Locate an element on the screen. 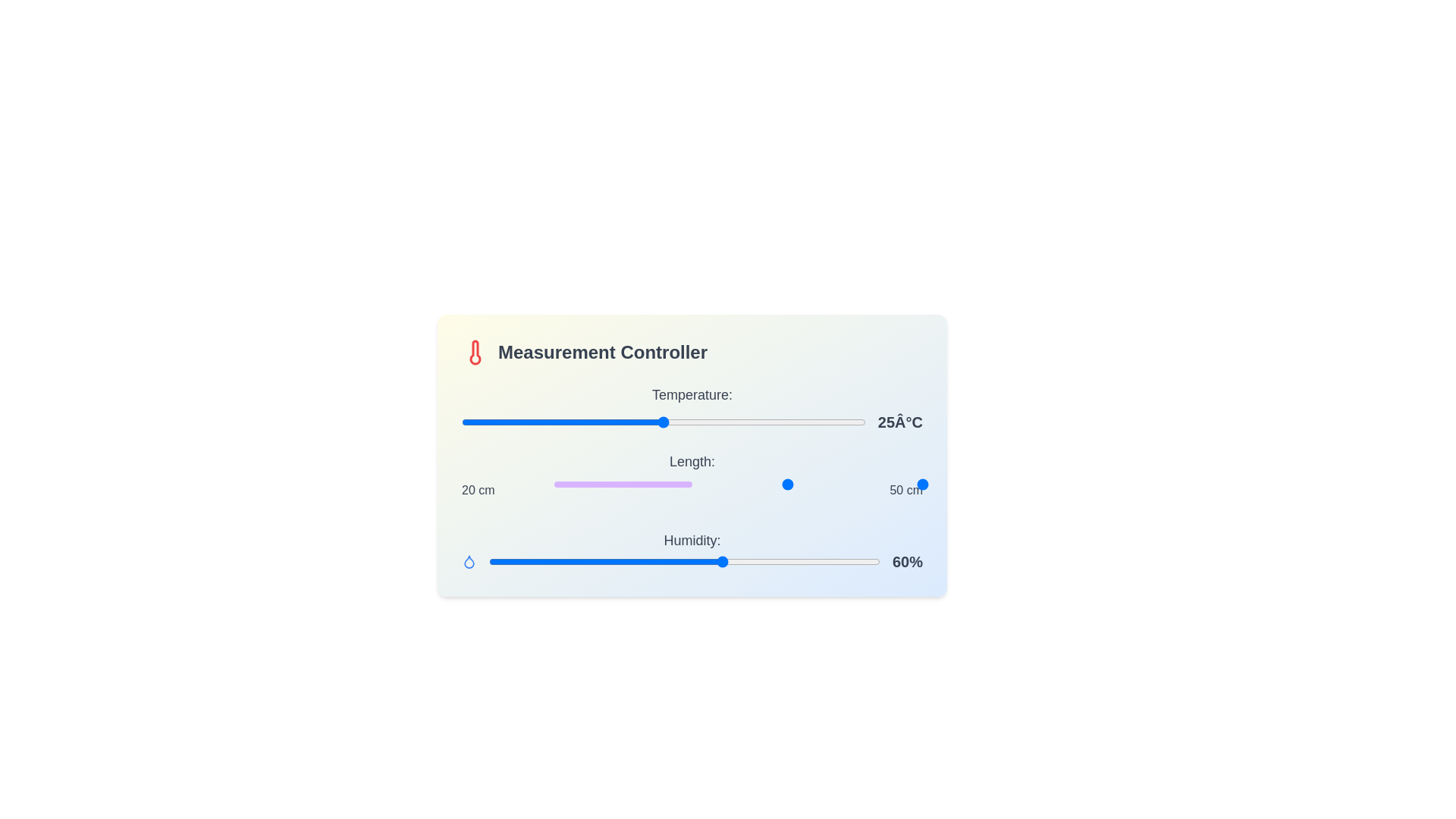 Image resolution: width=1456 pixels, height=819 pixels. the length is located at coordinates (691, 485).